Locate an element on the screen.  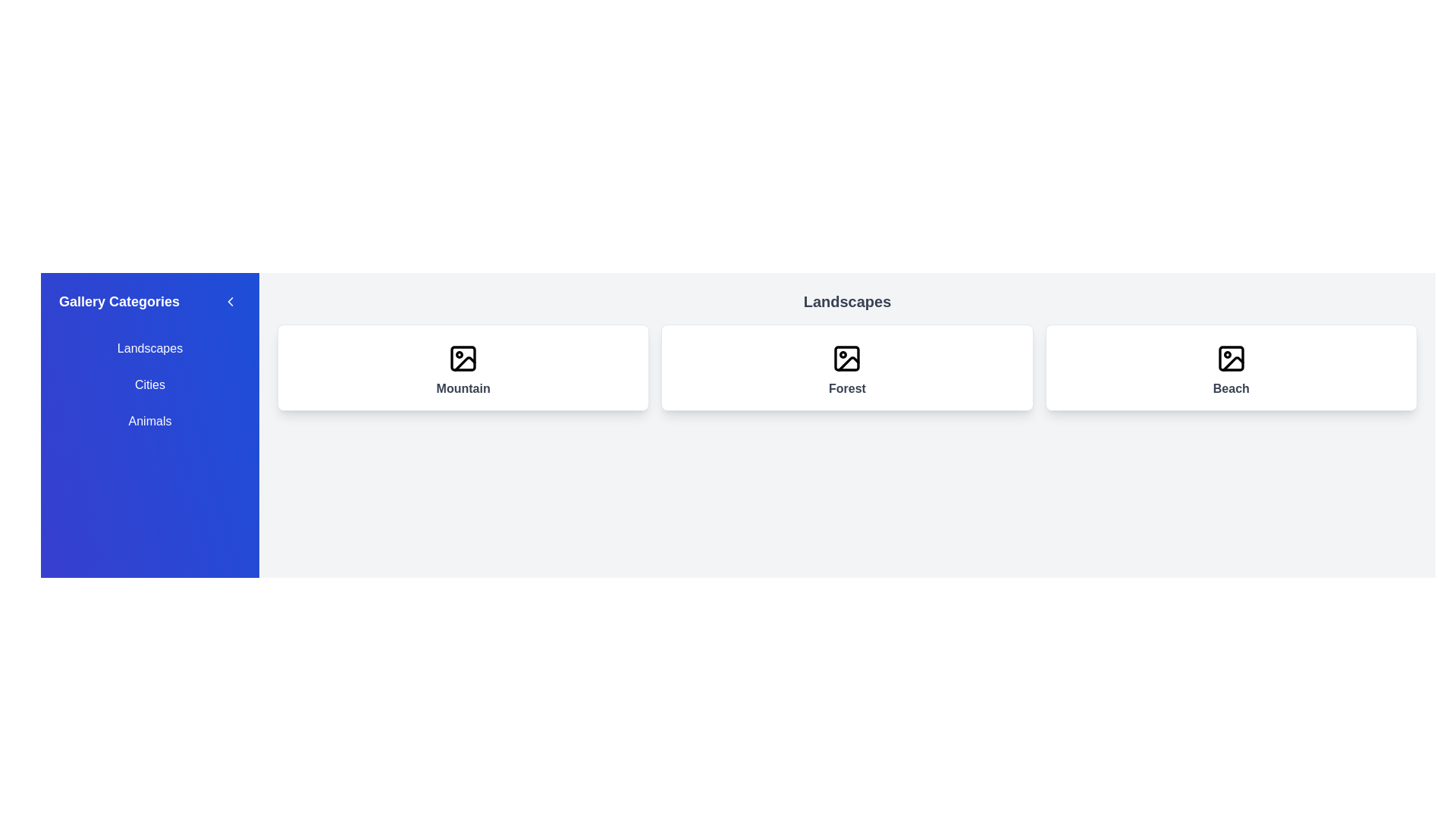
descriptive label 'Forest' located at the center of the second card in a horizontally-aligned group of three cards, positioned below an image icon is located at coordinates (846, 388).